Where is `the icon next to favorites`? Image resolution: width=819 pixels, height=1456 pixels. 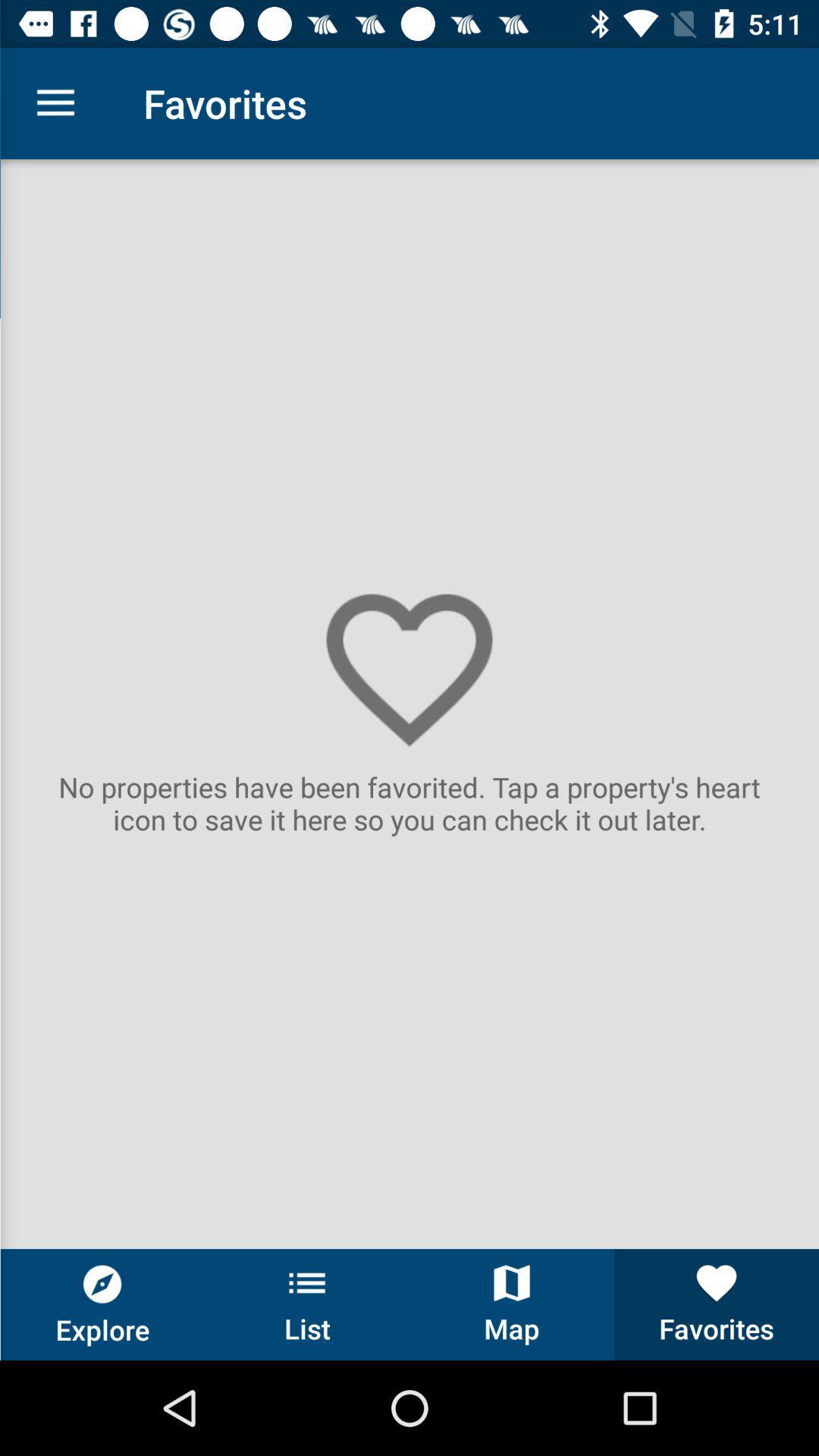 the icon next to favorites is located at coordinates (55, 102).